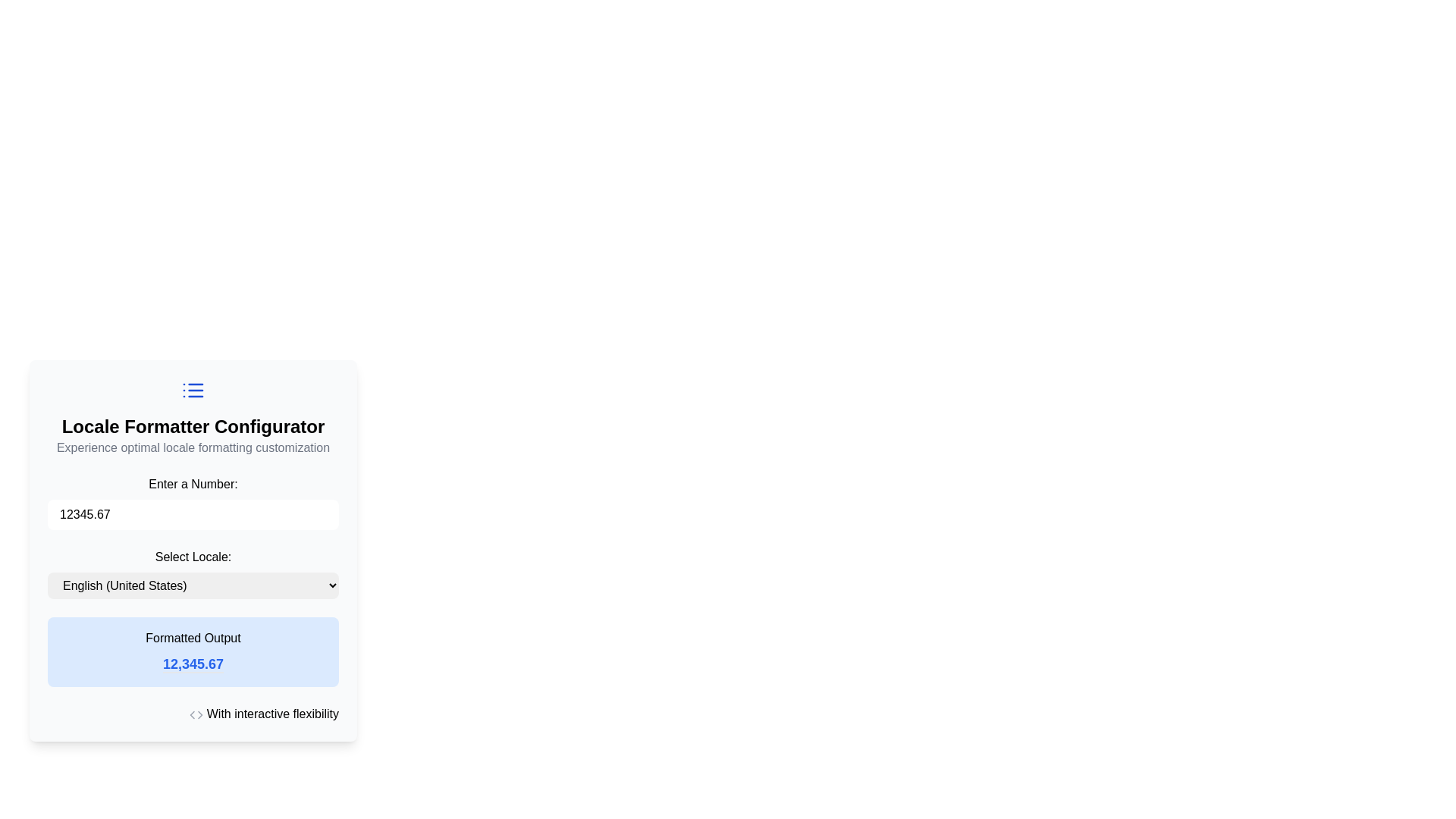 The height and width of the screenshot is (819, 1456). Describe the element at coordinates (192, 485) in the screenshot. I see `text from the label positioned above the number input field displaying '12345.67'` at that location.